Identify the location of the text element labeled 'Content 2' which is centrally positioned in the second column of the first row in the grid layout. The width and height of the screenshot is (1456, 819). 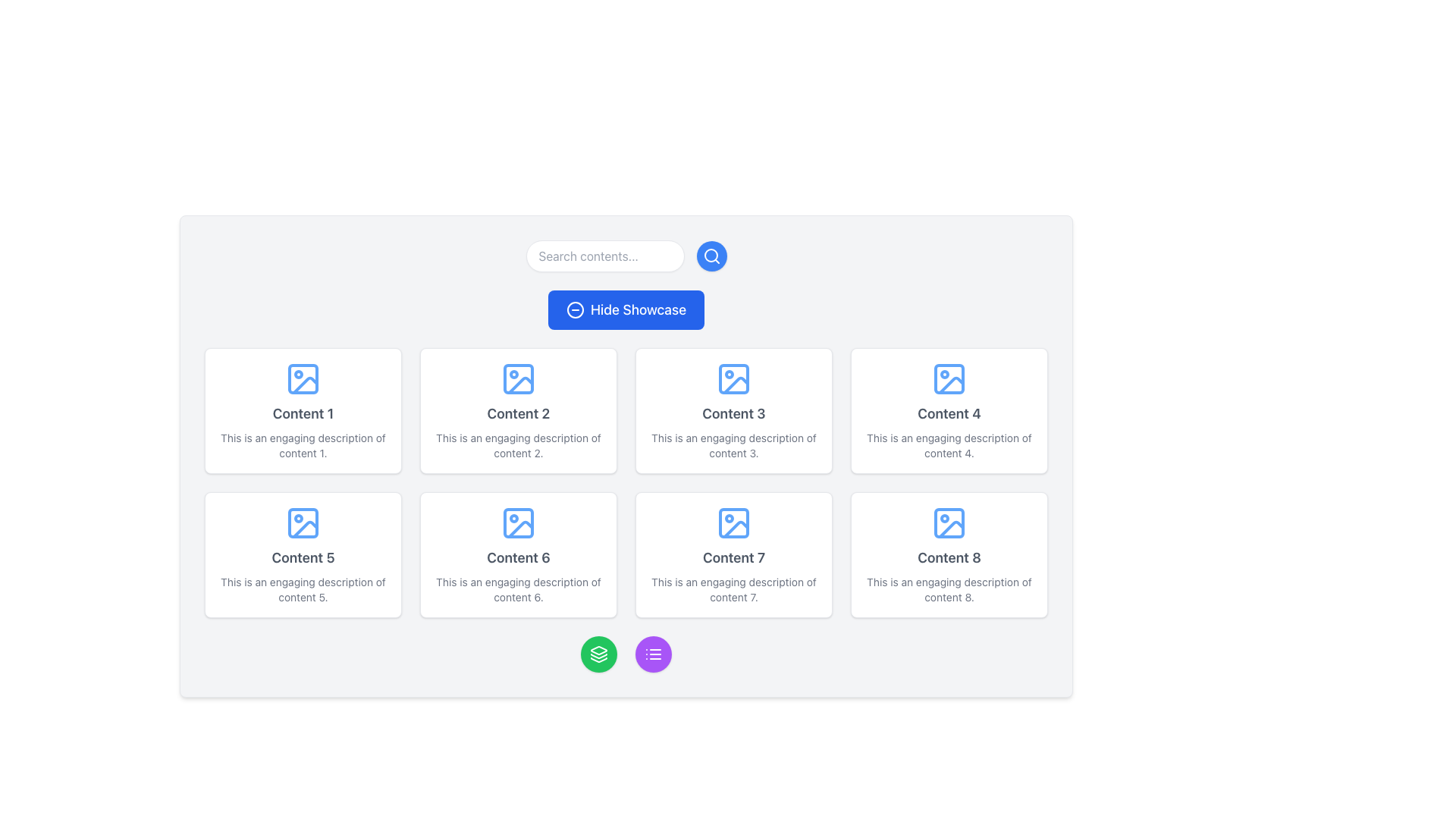
(518, 414).